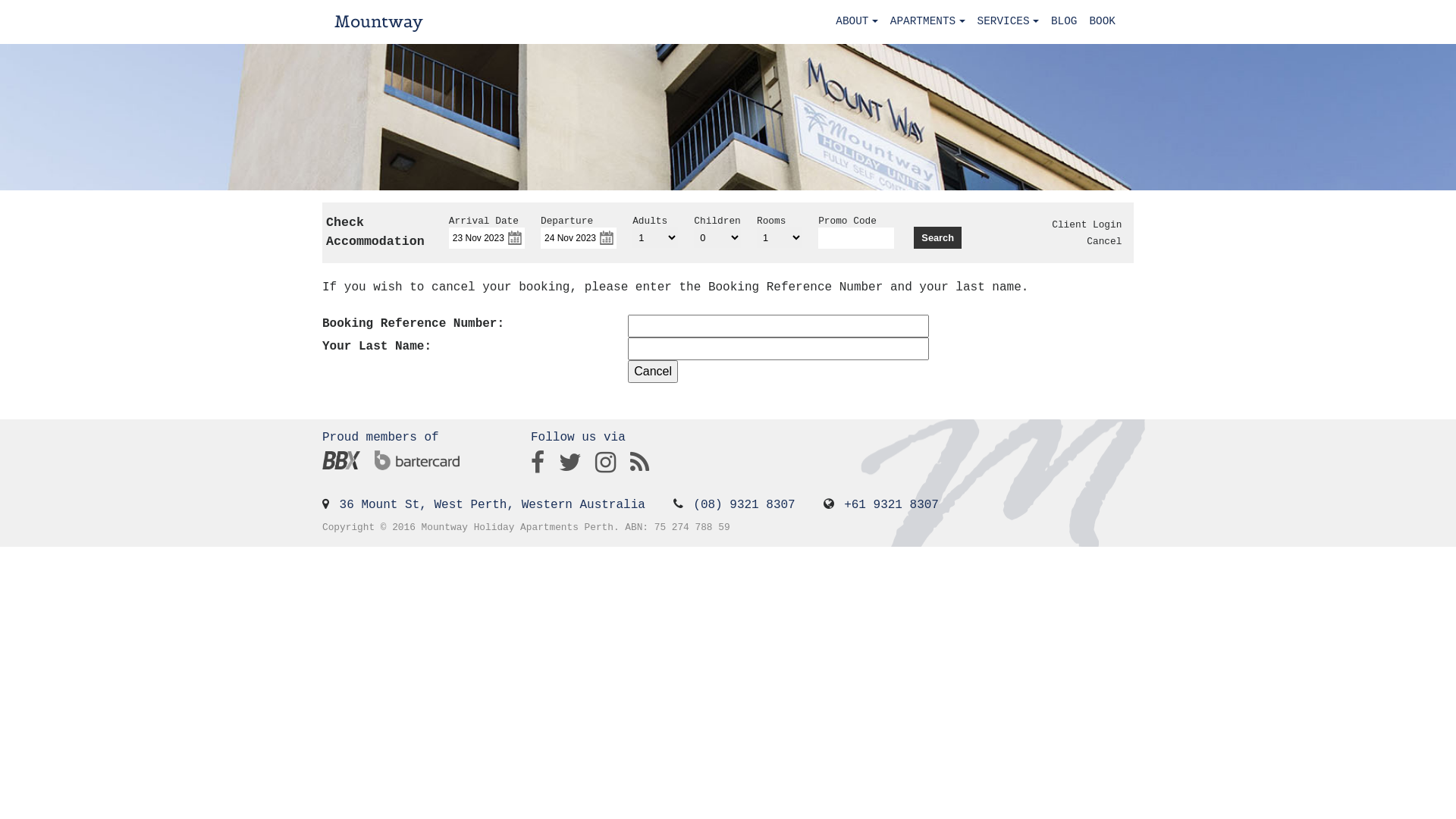  What do you see at coordinates (937, 237) in the screenshot?
I see `'Search'` at bounding box center [937, 237].